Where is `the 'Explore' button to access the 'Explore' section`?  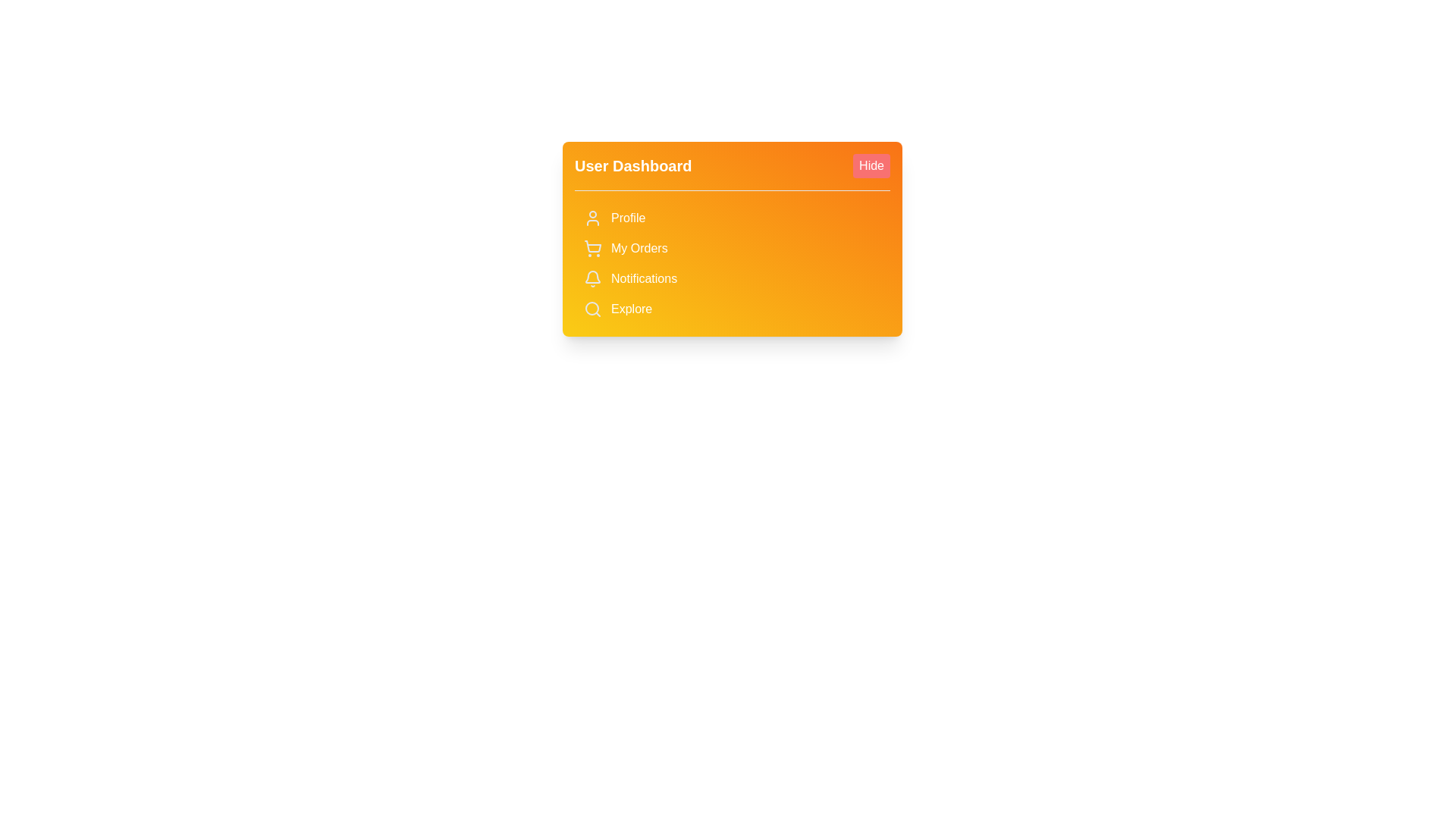
the 'Explore' button to access the 'Explore' section is located at coordinates (732, 309).